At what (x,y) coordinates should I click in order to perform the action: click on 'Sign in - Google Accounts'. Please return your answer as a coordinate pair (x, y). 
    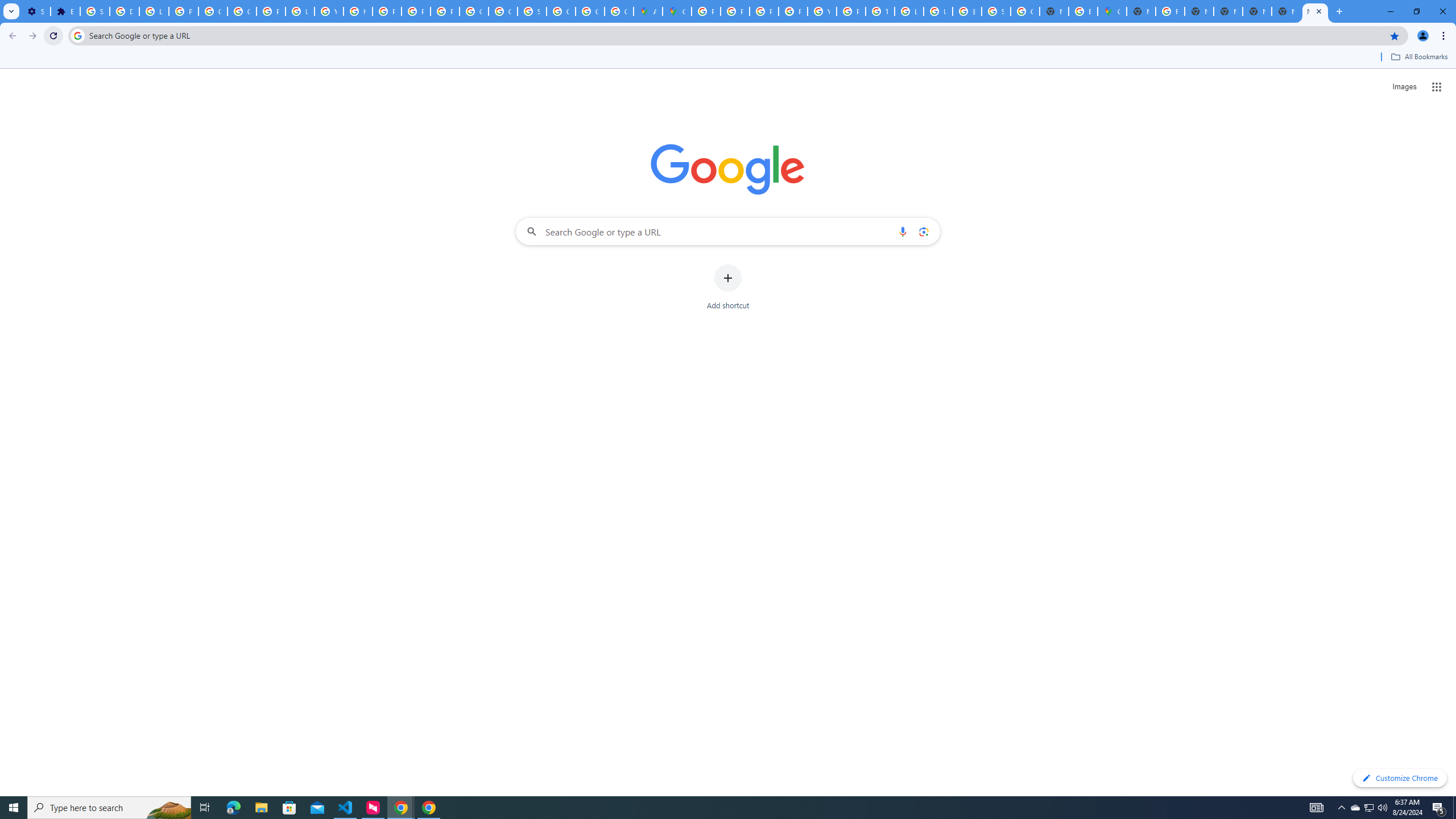
    Looking at the image, I should click on (95, 11).